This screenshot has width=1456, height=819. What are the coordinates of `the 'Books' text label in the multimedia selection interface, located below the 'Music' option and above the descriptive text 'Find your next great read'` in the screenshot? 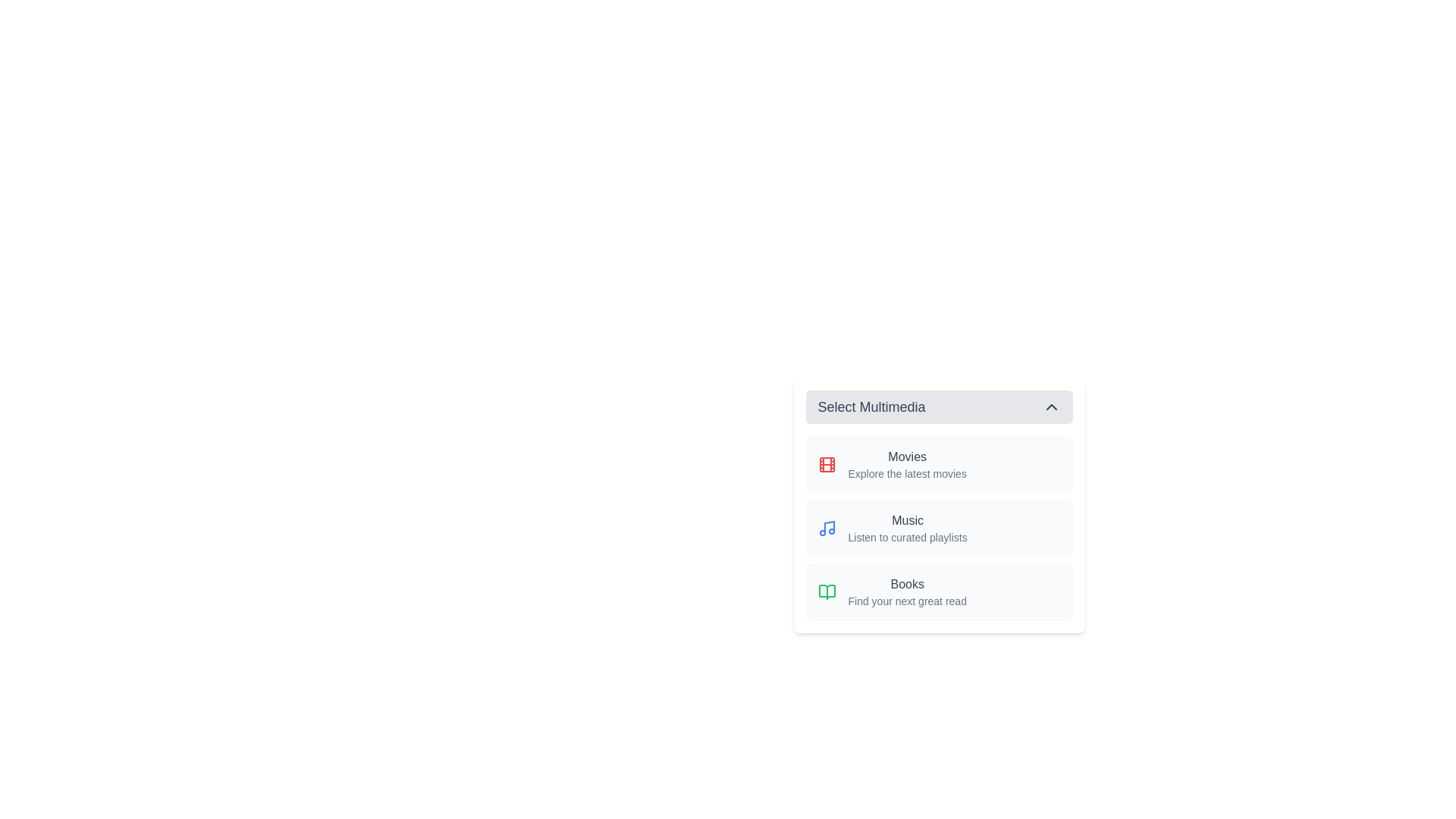 It's located at (907, 584).